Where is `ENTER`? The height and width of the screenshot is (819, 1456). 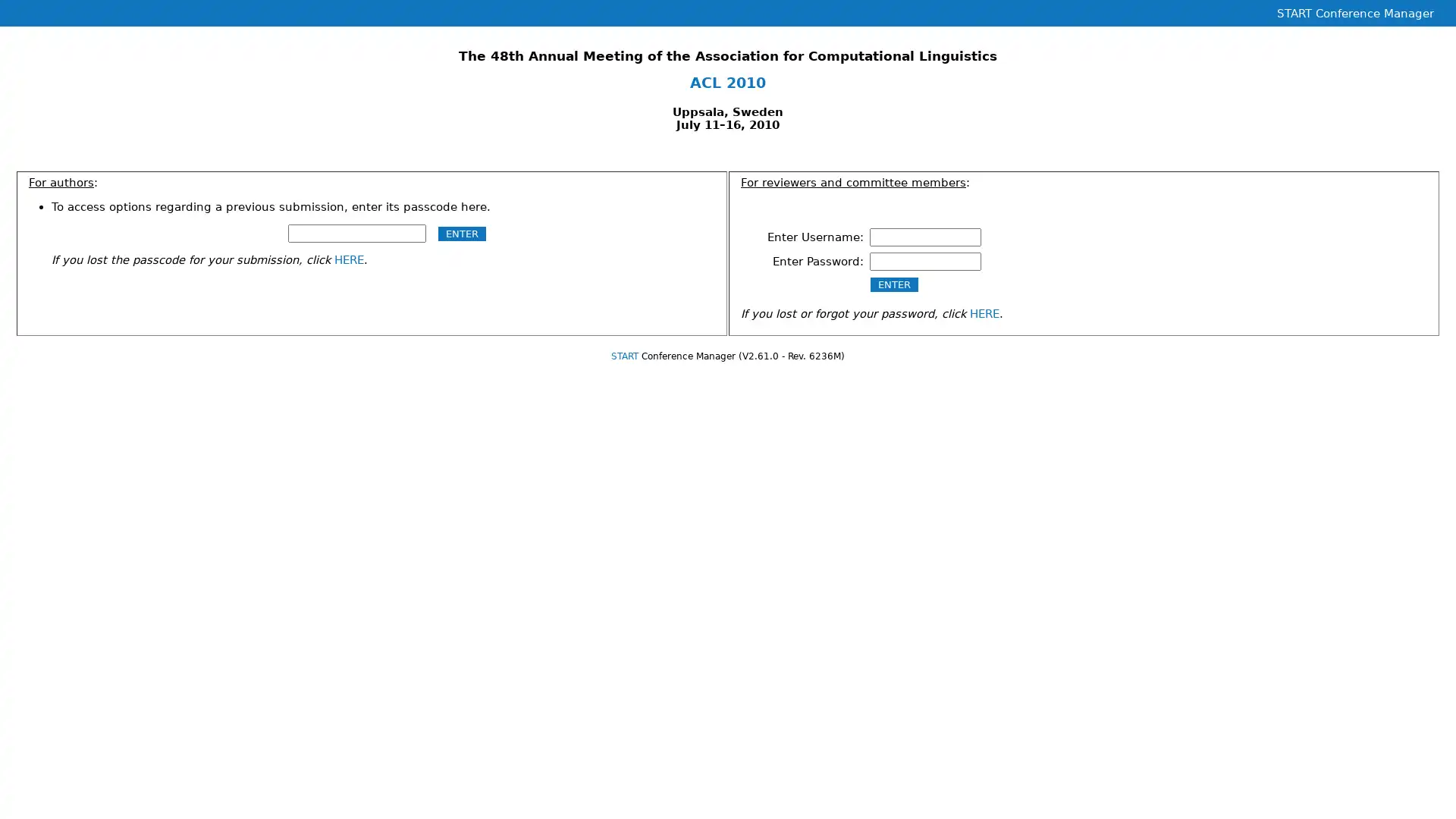 ENTER is located at coordinates (460, 233).